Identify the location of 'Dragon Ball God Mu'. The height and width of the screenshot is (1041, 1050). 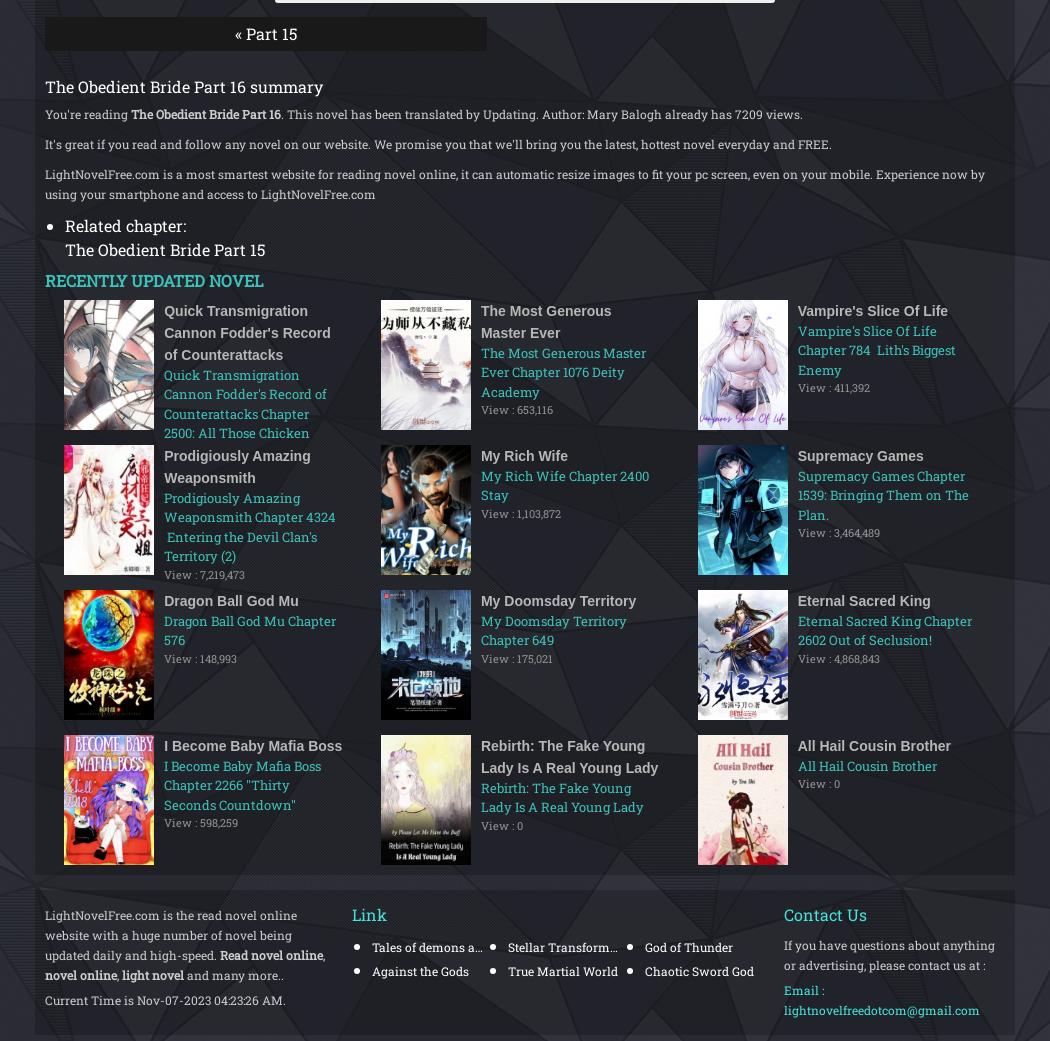
(231, 600).